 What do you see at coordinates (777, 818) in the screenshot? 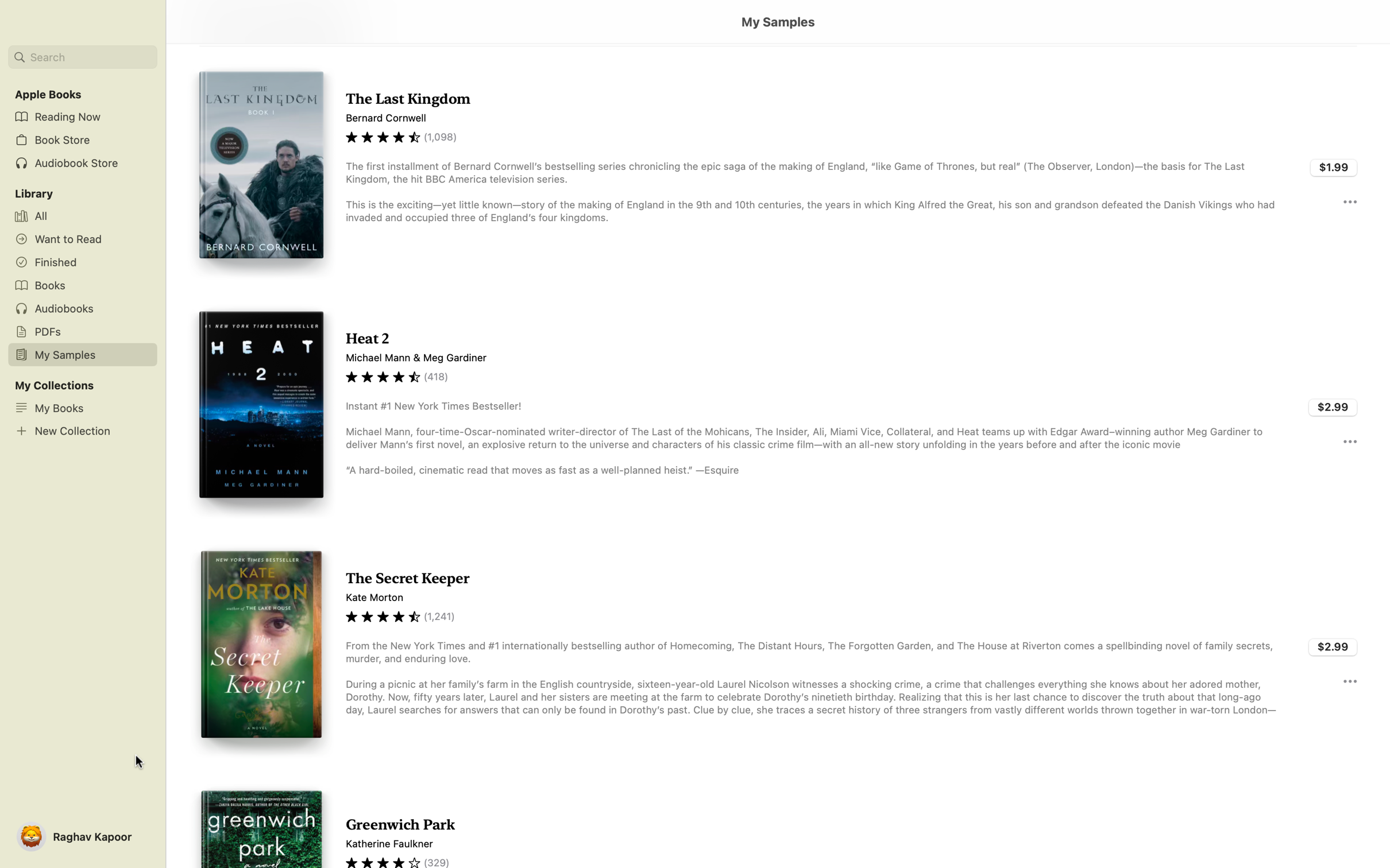
I see `Read the sample of "Greenwich Park` at bounding box center [777, 818].